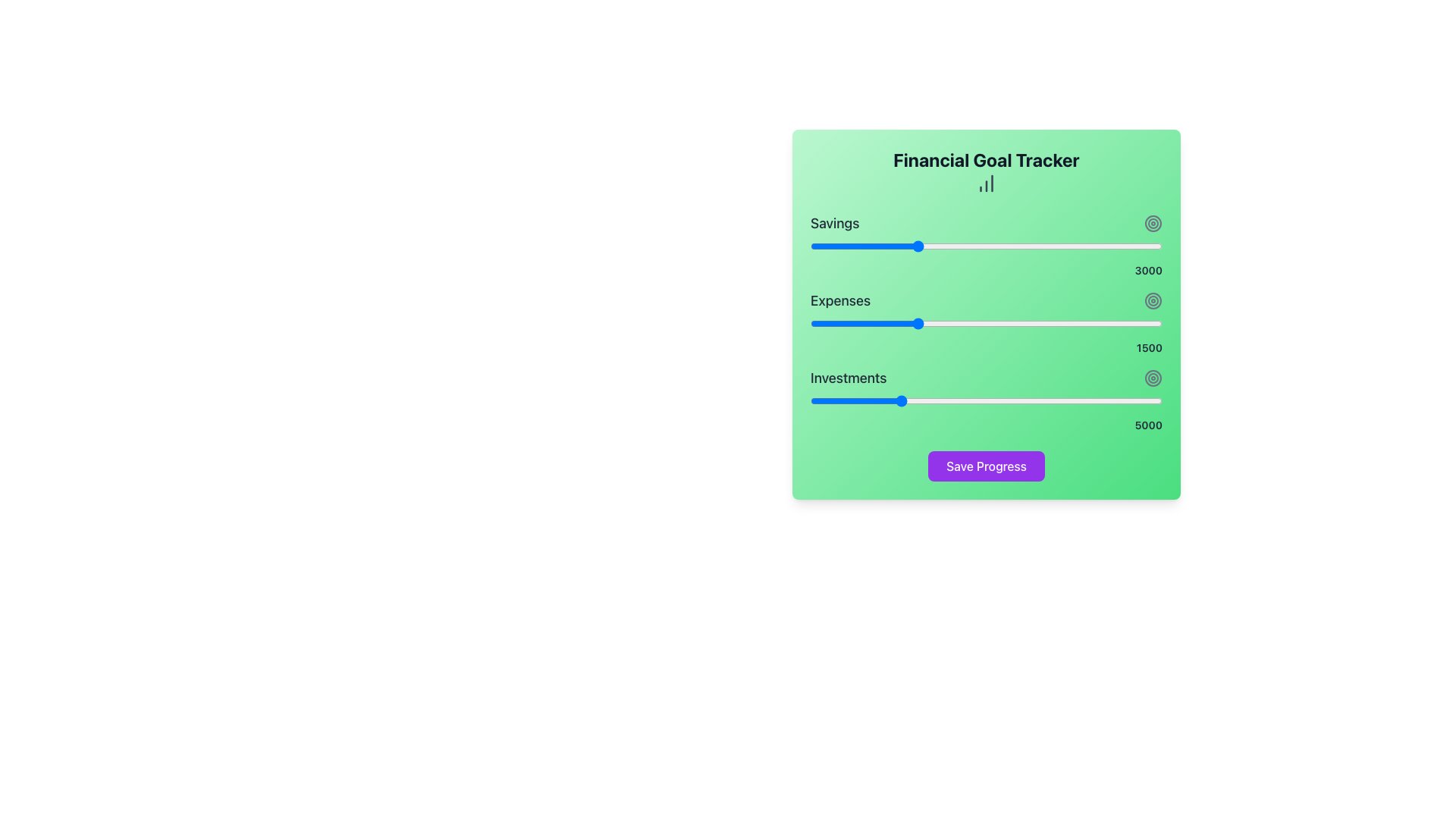 The image size is (1456, 819). What do you see at coordinates (862, 400) in the screenshot?
I see `the 'Investments' slider` at bounding box center [862, 400].